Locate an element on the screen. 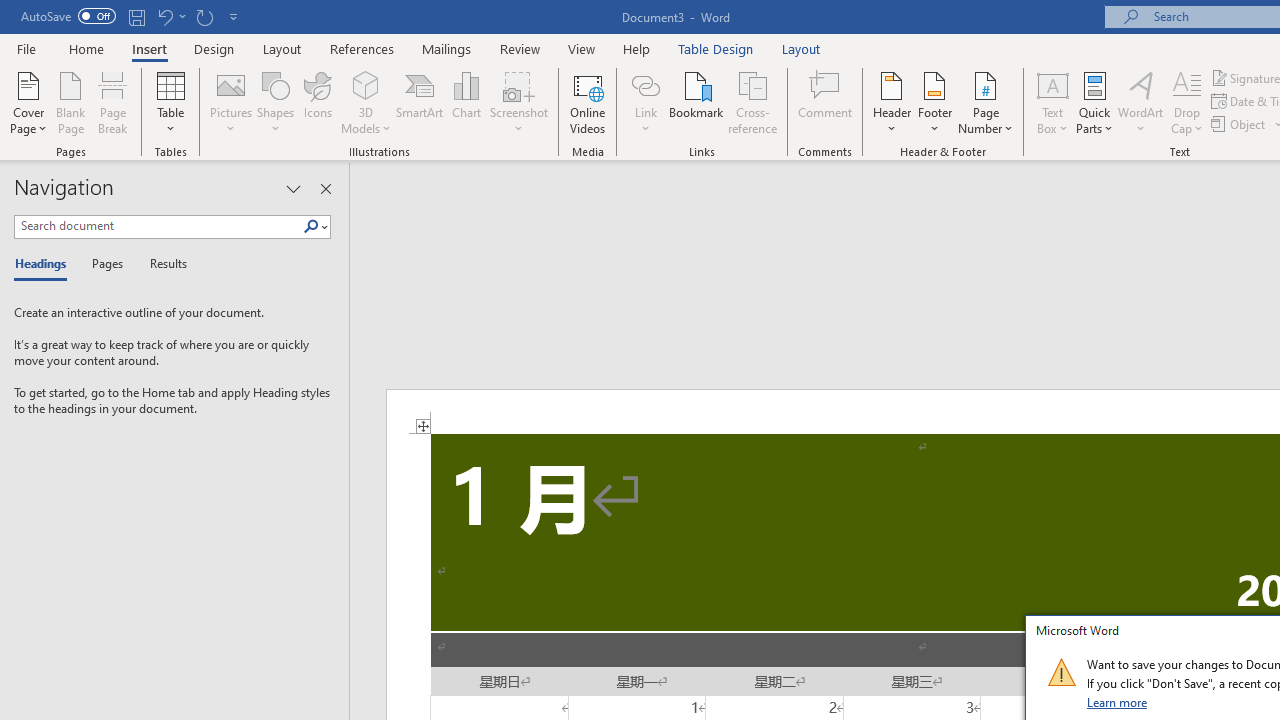 The height and width of the screenshot is (720, 1280). 'Undo Increase Indent' is located at coordinates (170, 16).